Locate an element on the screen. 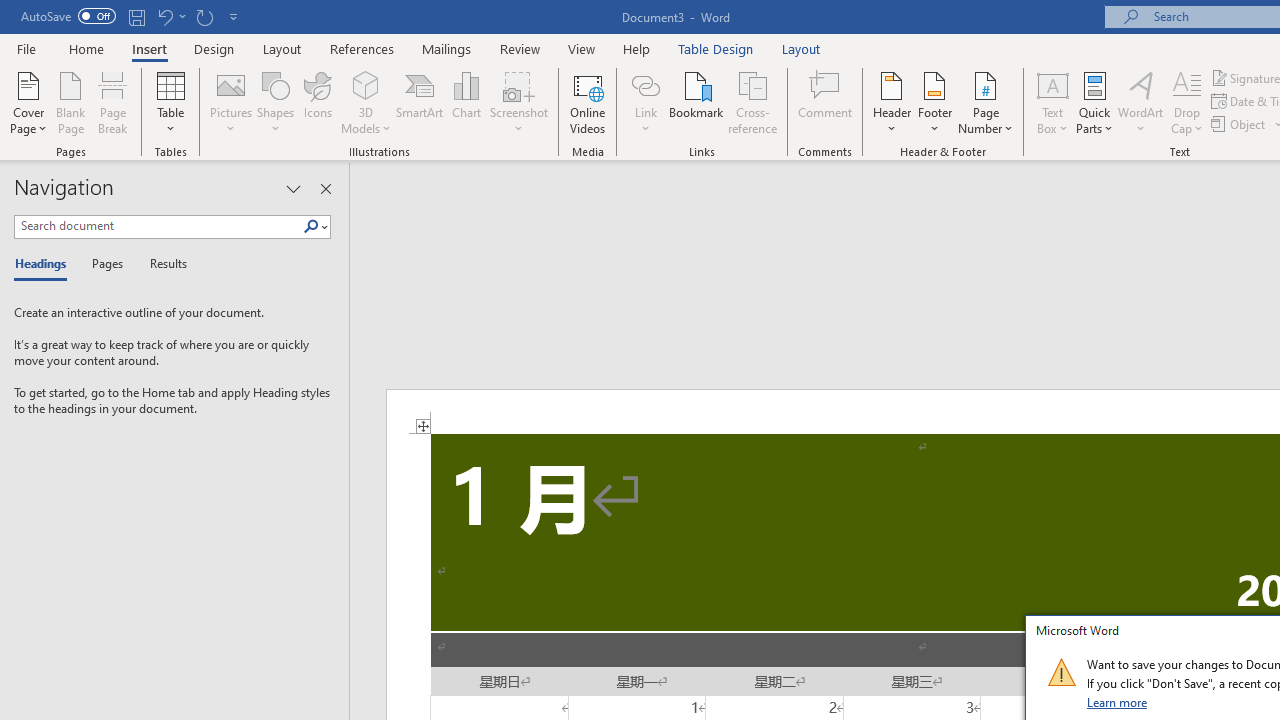 The height and width of the screenshot is (720, 1280). 'Undo Increase Indent' is located at coordinates (170, 16).